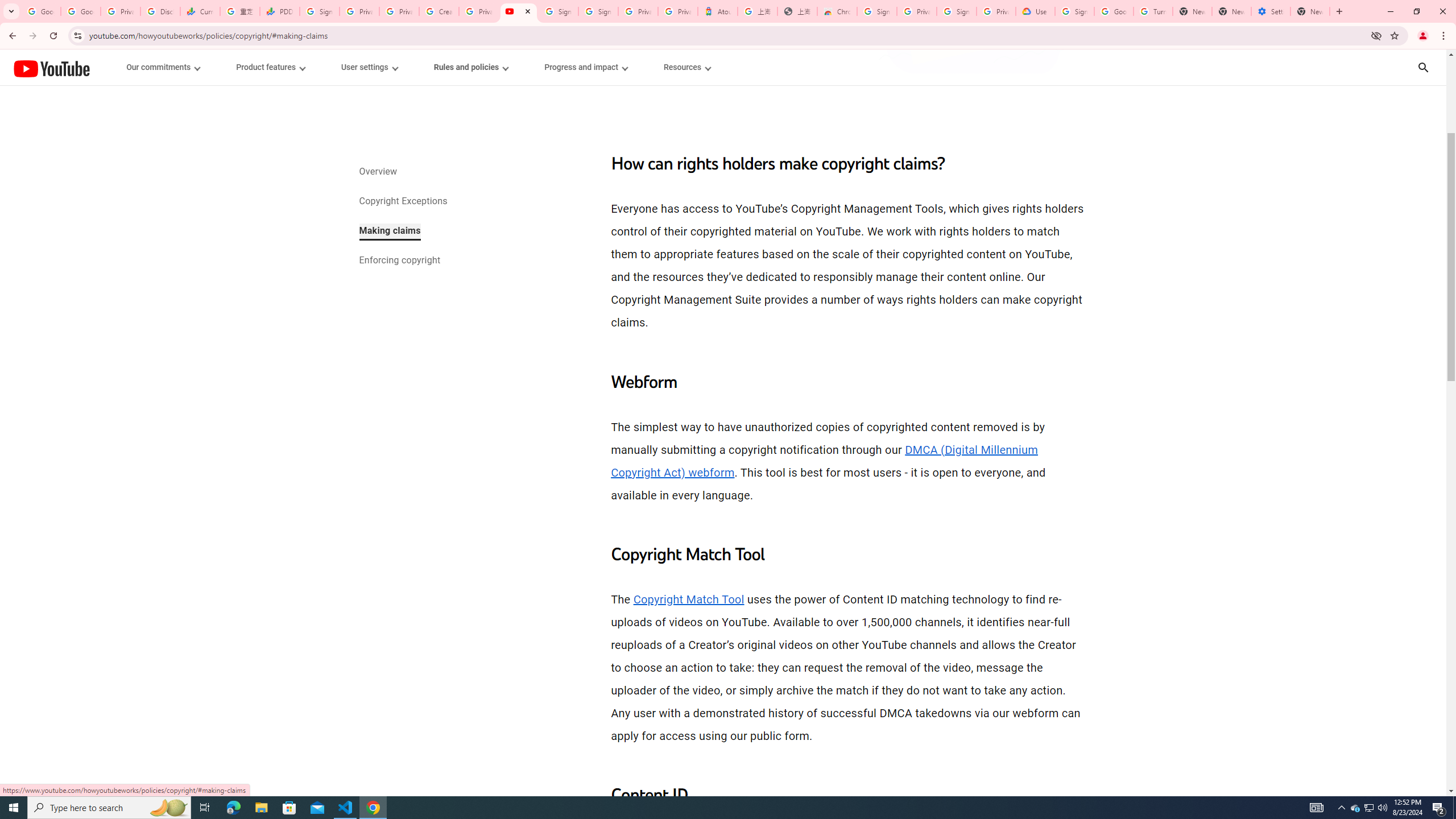 The width and height of the screenshot is (1456, 819). What do you see at coordinates (164, 67) in the screenshot?
I see `'Our commitments menupopup'` at bounding box center [164, 67].